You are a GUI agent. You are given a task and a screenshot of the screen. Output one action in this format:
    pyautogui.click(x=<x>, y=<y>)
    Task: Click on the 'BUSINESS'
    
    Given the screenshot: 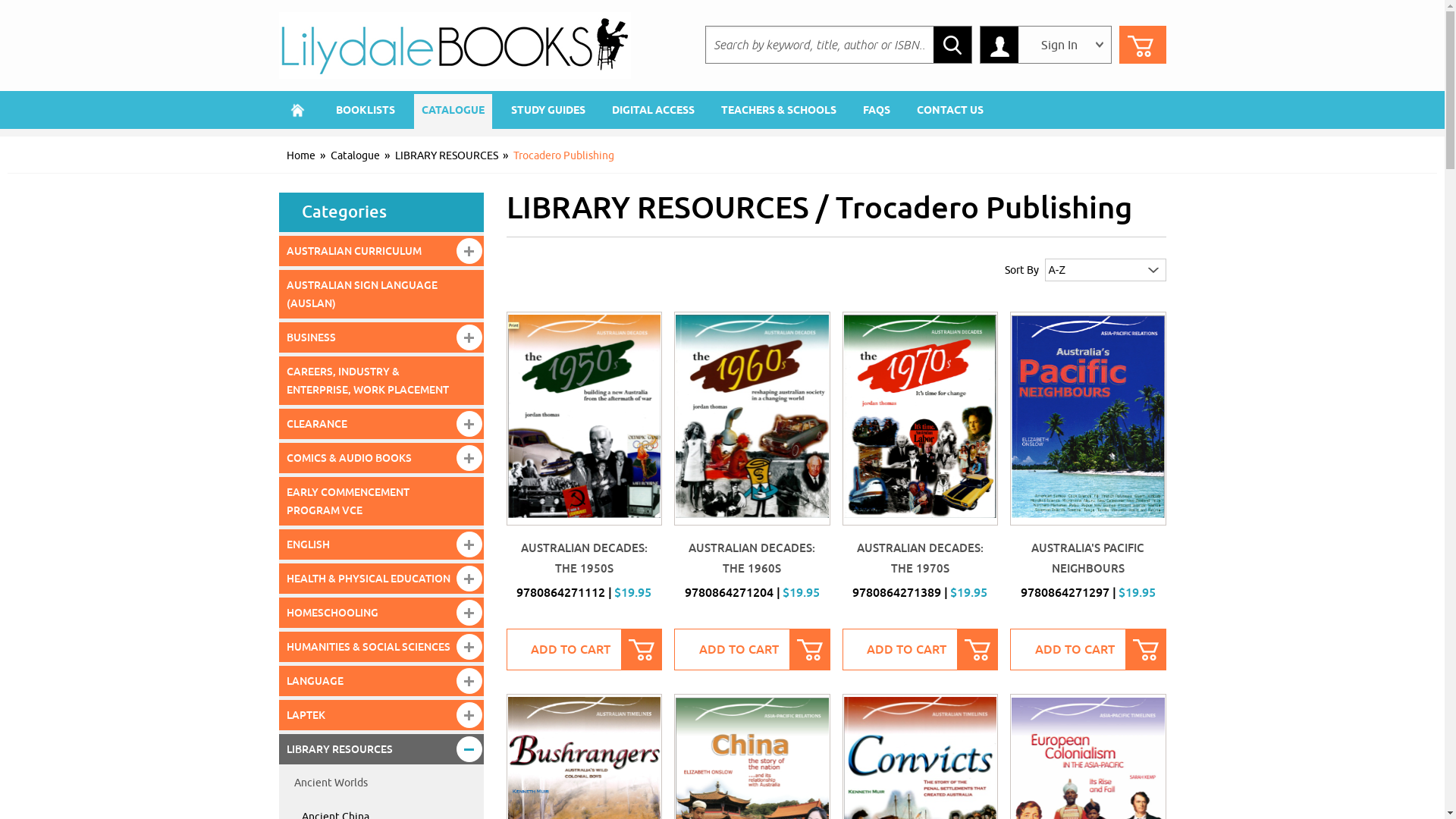 What is the action you would take?
    pyautogui.click(x=279, y=336)
    